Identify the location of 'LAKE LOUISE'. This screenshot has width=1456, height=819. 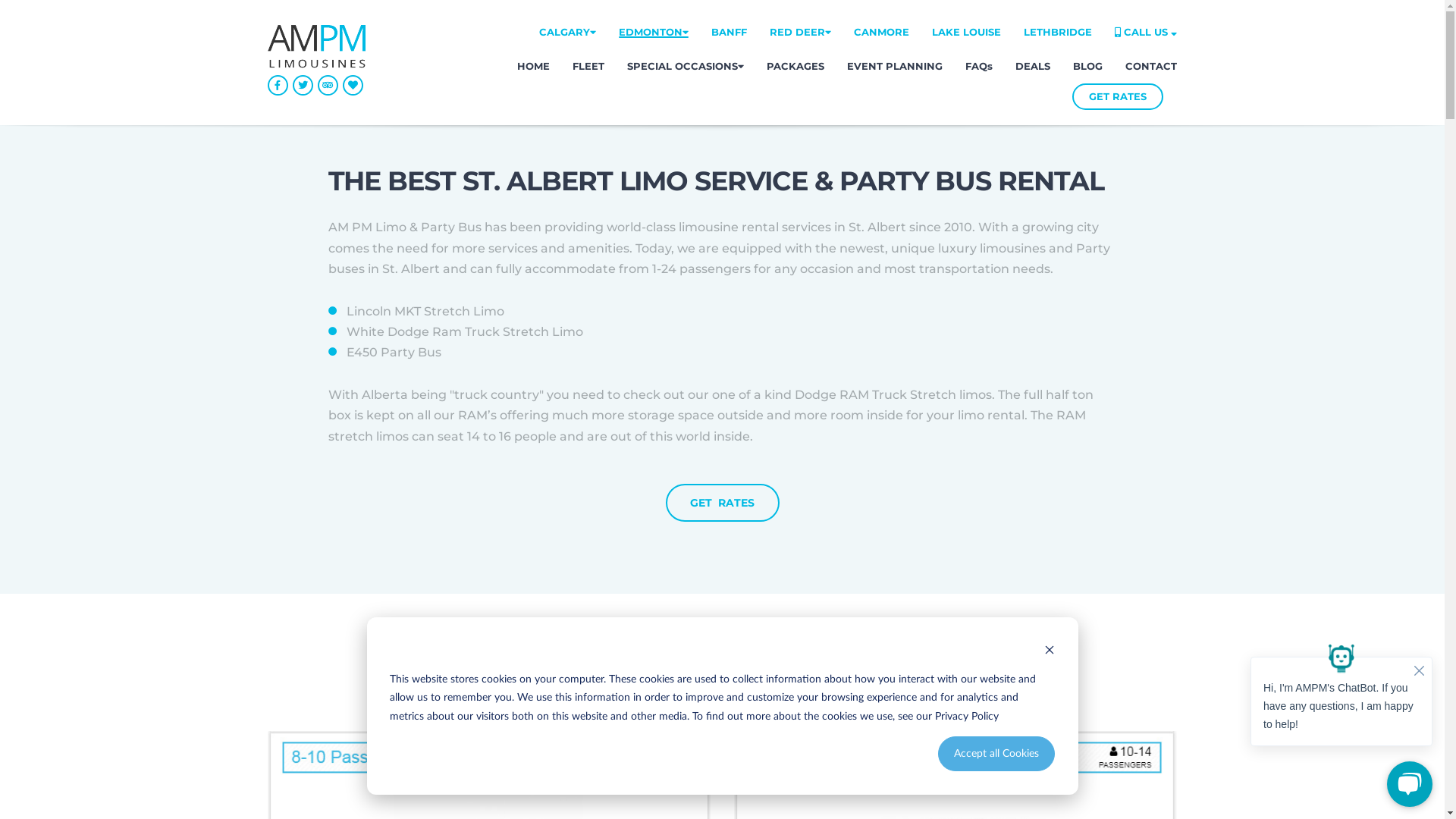
(965, 32).